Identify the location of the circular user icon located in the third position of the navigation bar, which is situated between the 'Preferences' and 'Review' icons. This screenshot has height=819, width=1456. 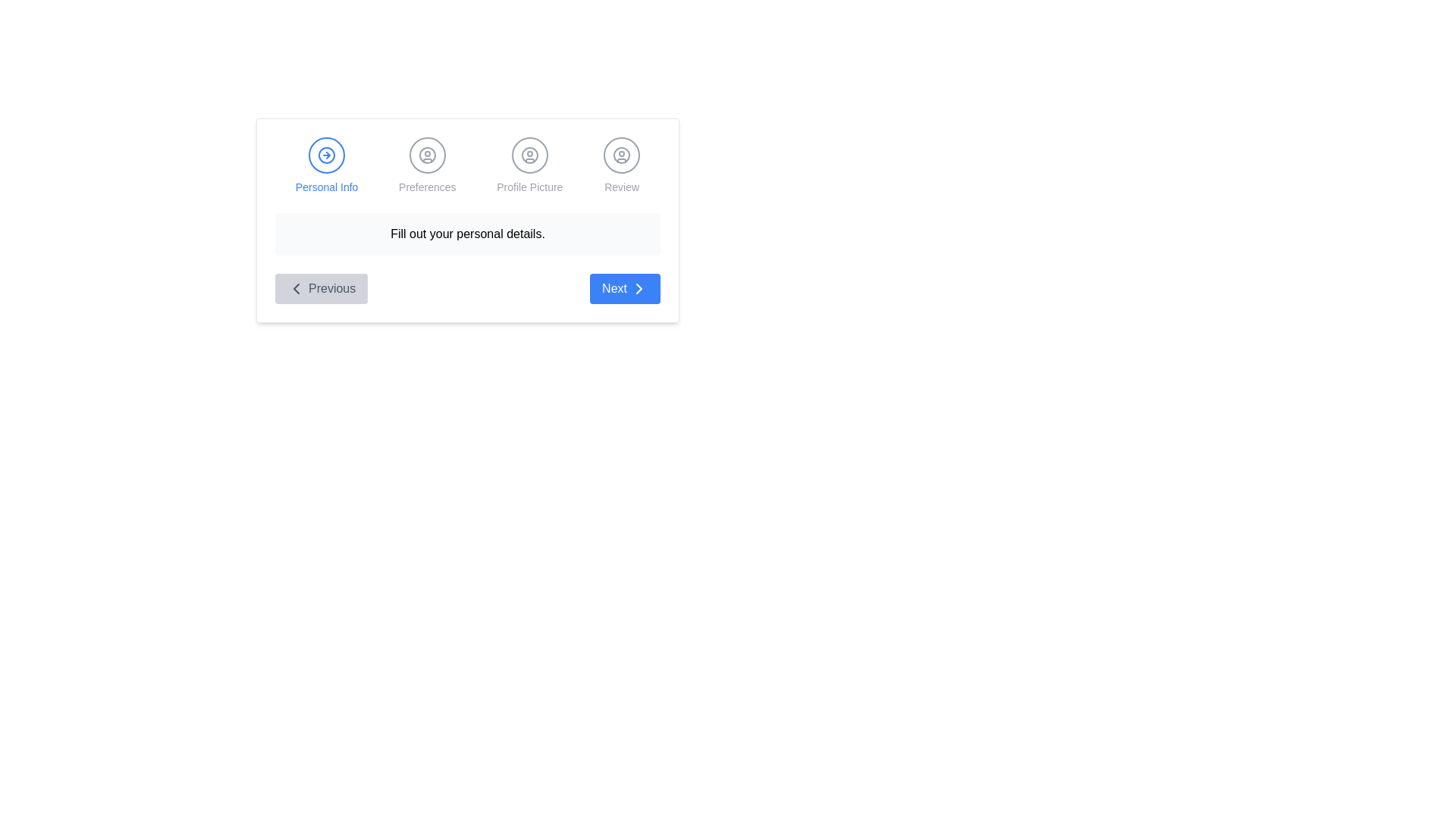
(529, 155).